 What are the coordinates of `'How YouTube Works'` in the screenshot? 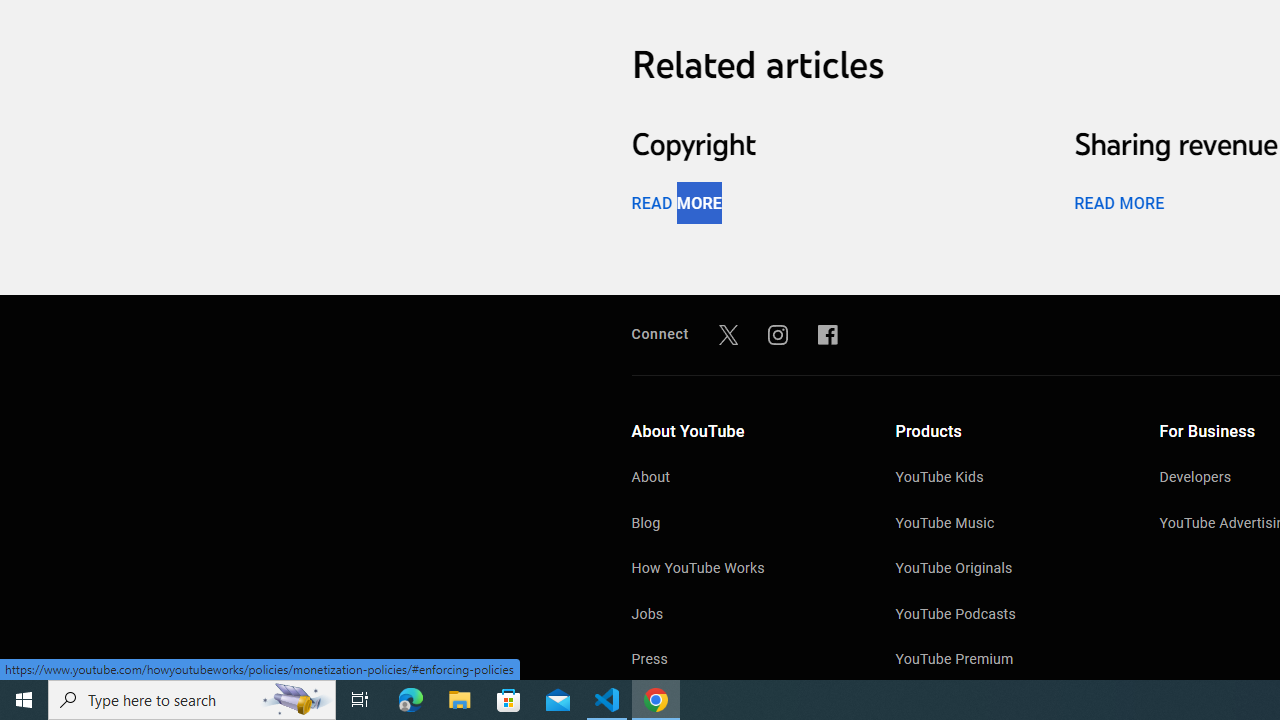 It's located at (742, 570).